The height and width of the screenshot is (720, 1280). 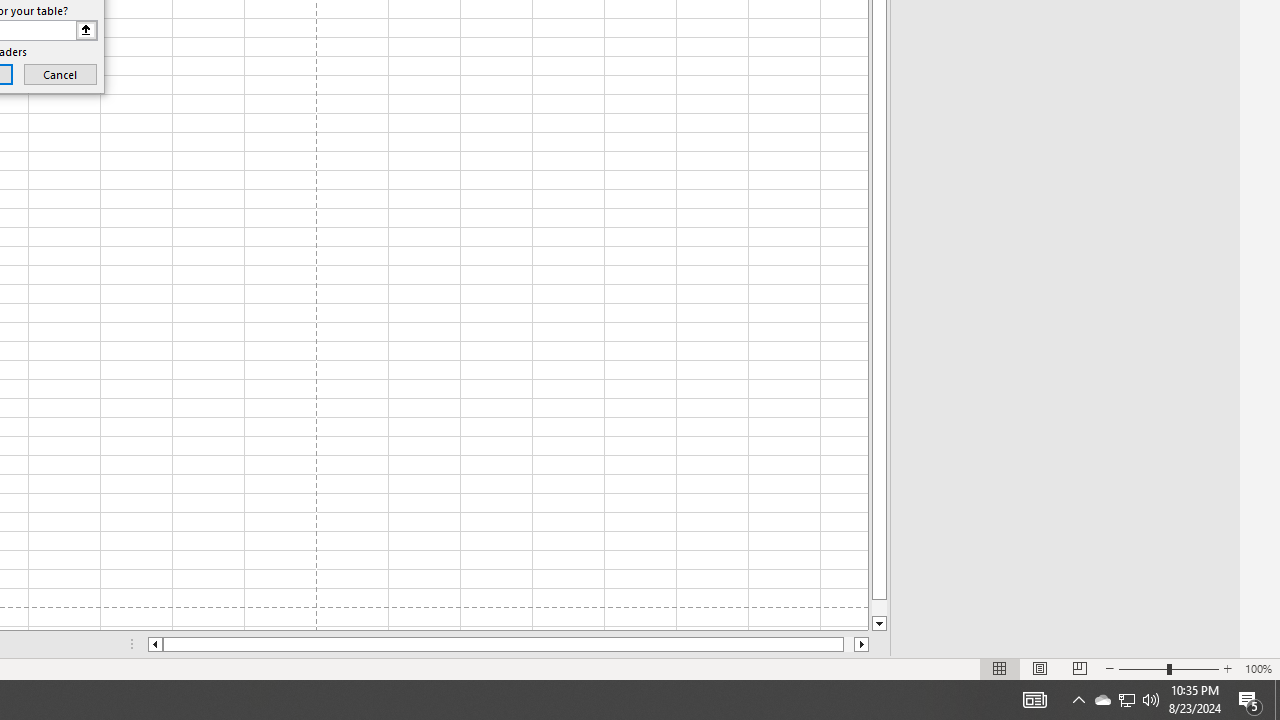 What do you see at coordinates (1000, 669) in the screenshot?
I see `'Normal'` at bounding box center [1000, 669].